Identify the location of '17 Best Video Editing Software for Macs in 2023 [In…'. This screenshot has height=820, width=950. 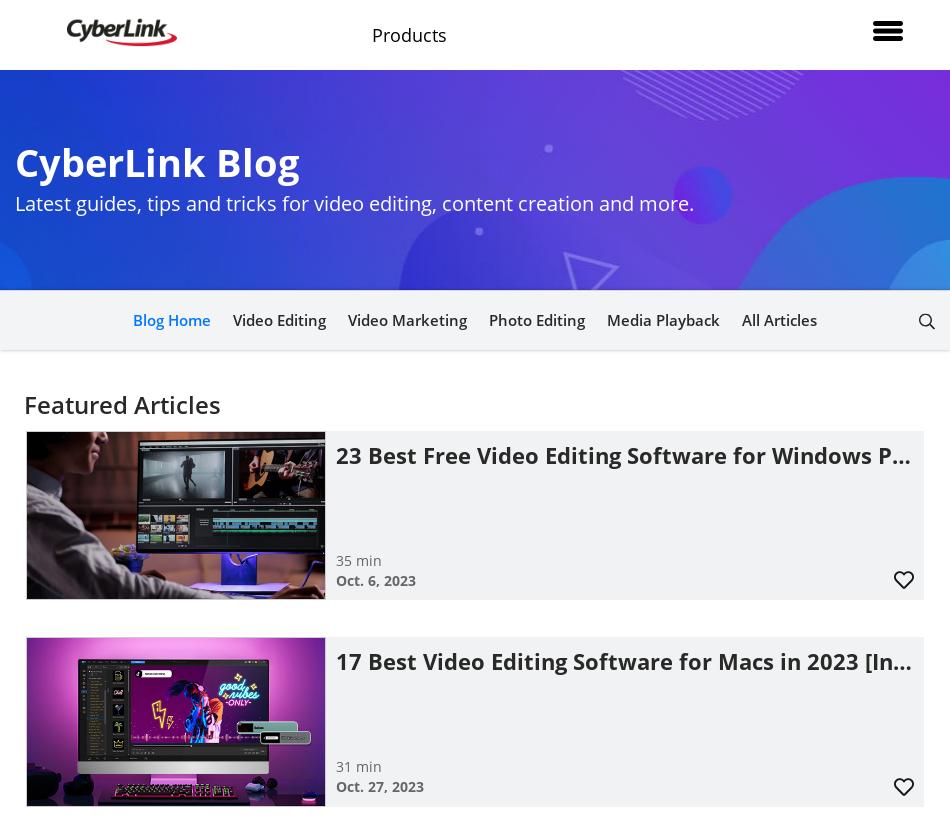
(623, 660).